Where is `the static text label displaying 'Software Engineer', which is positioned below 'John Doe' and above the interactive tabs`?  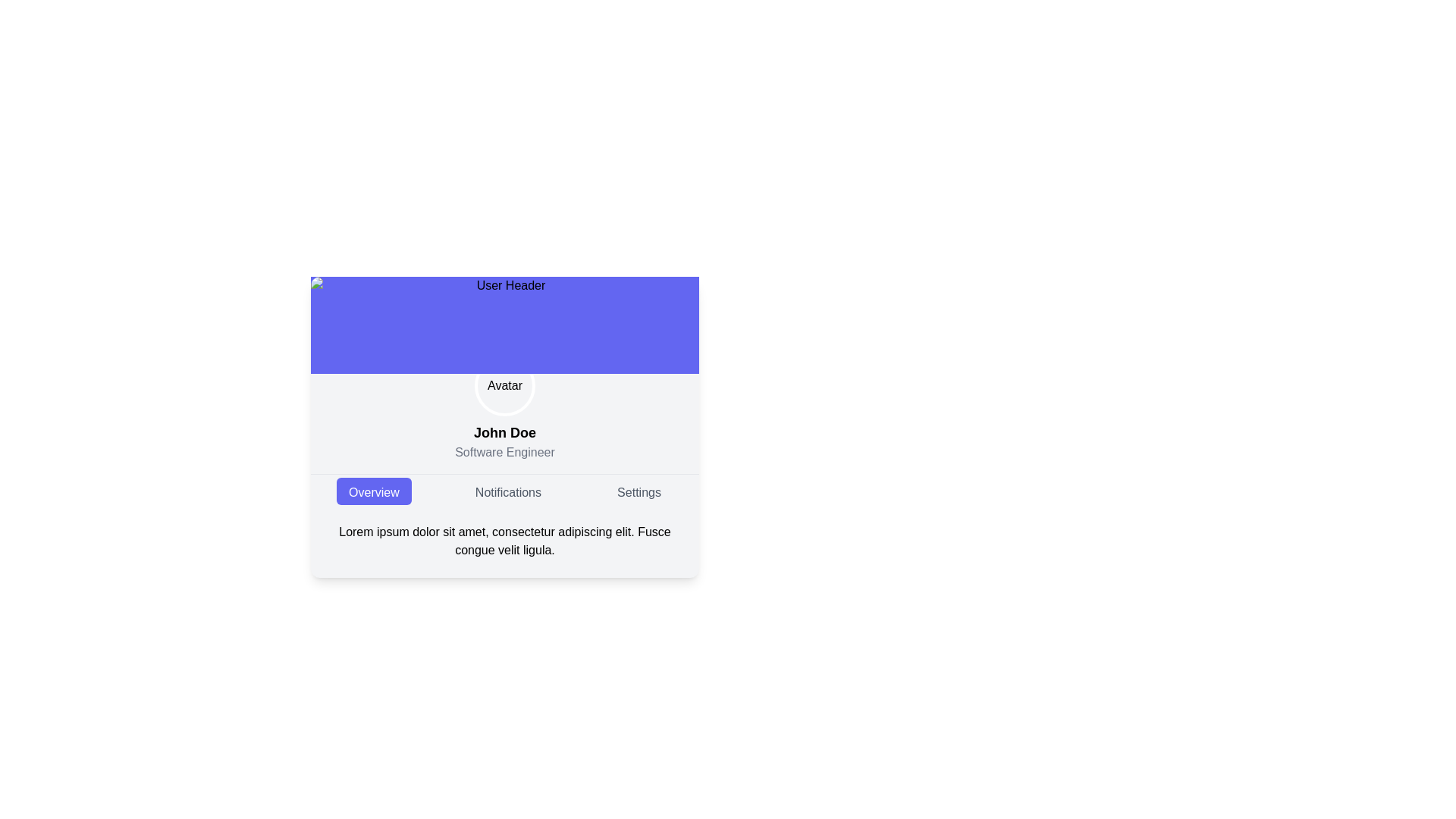
the static text label displaying 'Software Engineer', which is positioned below 'John Doe' and above the interactive tabs is located at coordinates (505, 452).